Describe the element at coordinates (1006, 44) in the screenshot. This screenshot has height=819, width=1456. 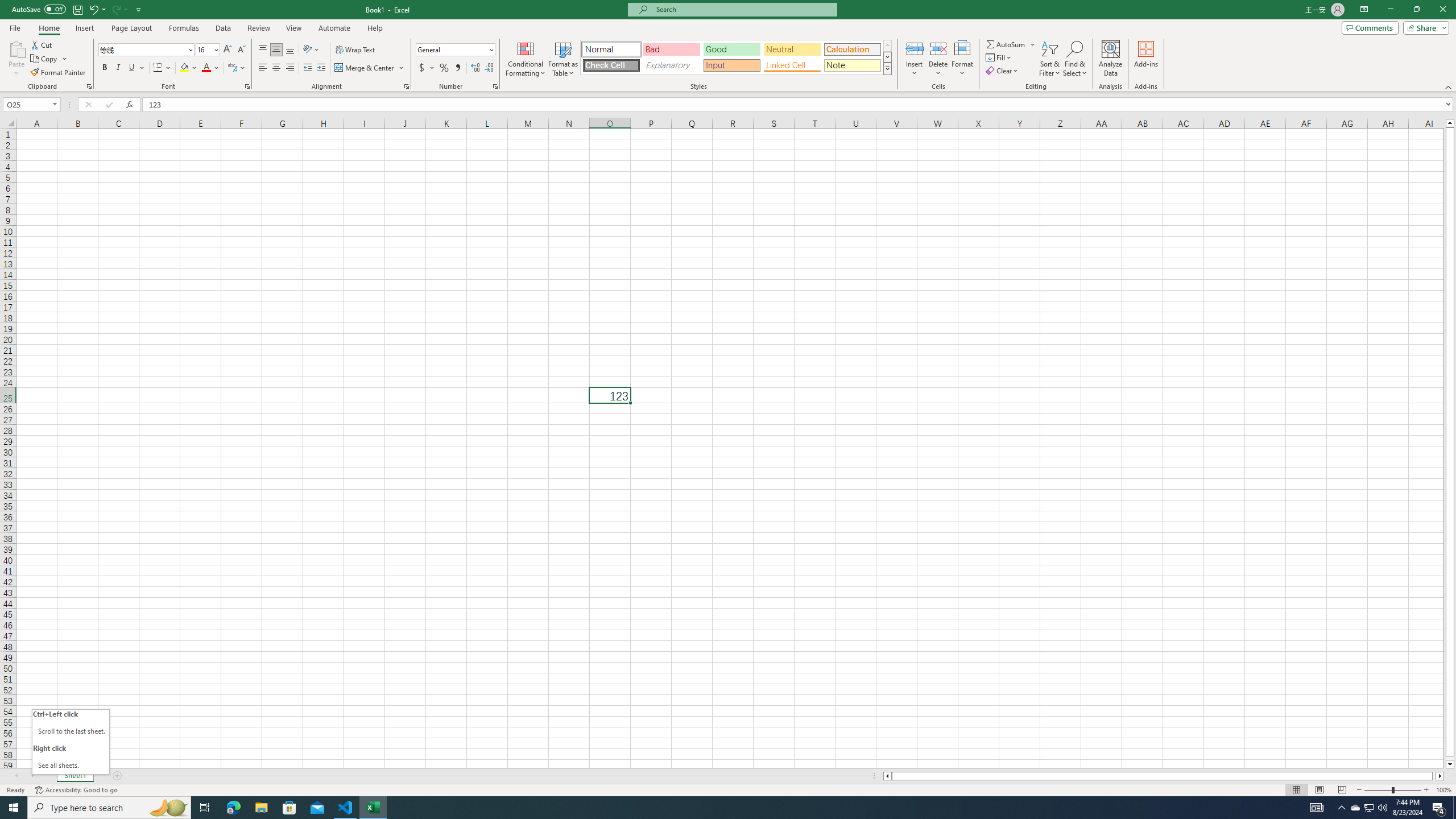
I see `'Sum'` at that location.